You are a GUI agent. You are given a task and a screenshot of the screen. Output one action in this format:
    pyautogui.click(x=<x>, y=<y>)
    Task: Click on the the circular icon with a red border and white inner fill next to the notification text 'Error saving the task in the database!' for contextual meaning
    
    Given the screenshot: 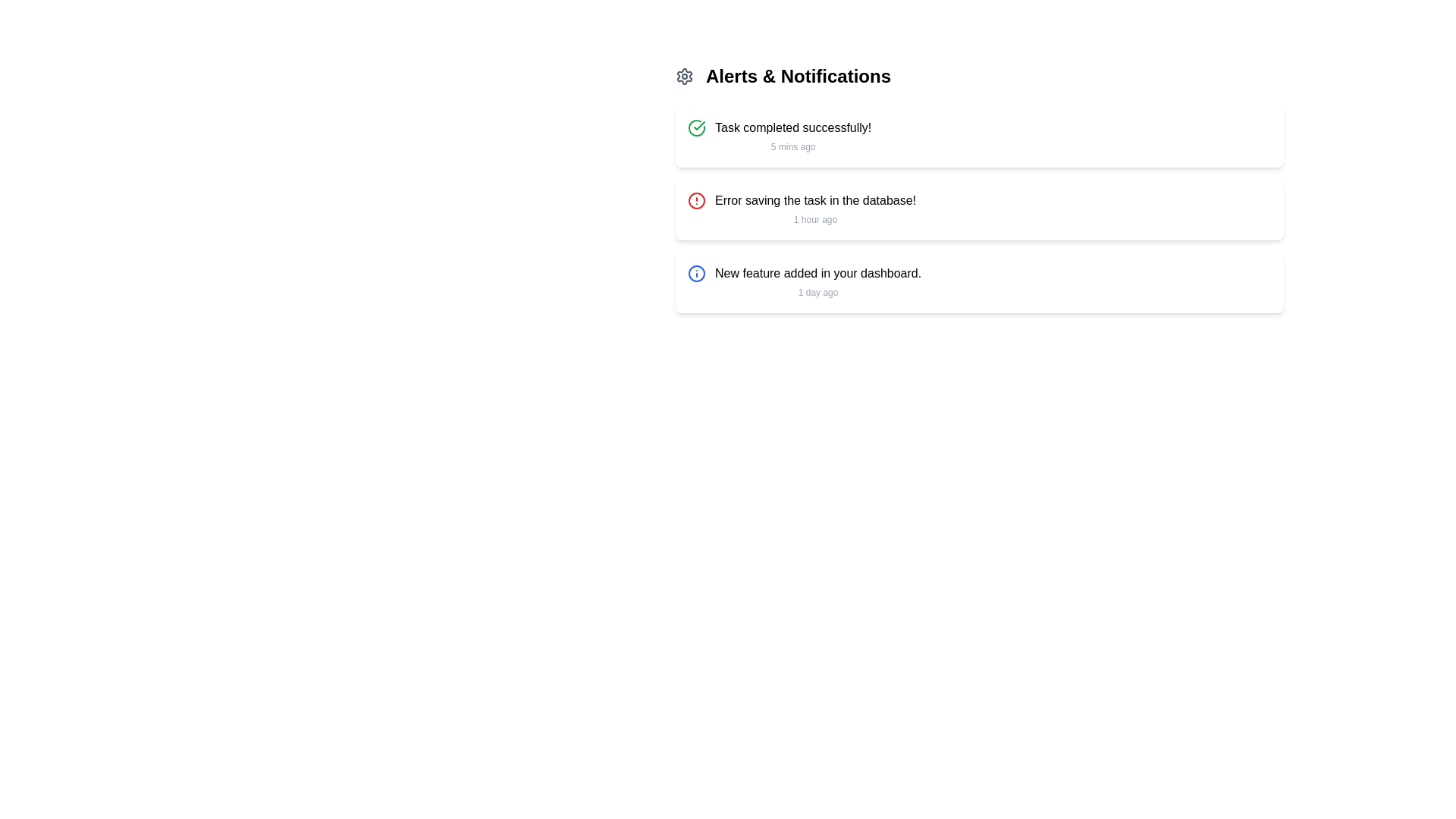 What is the action you would take?
    pyautogui.click(x=695, y=200)
    